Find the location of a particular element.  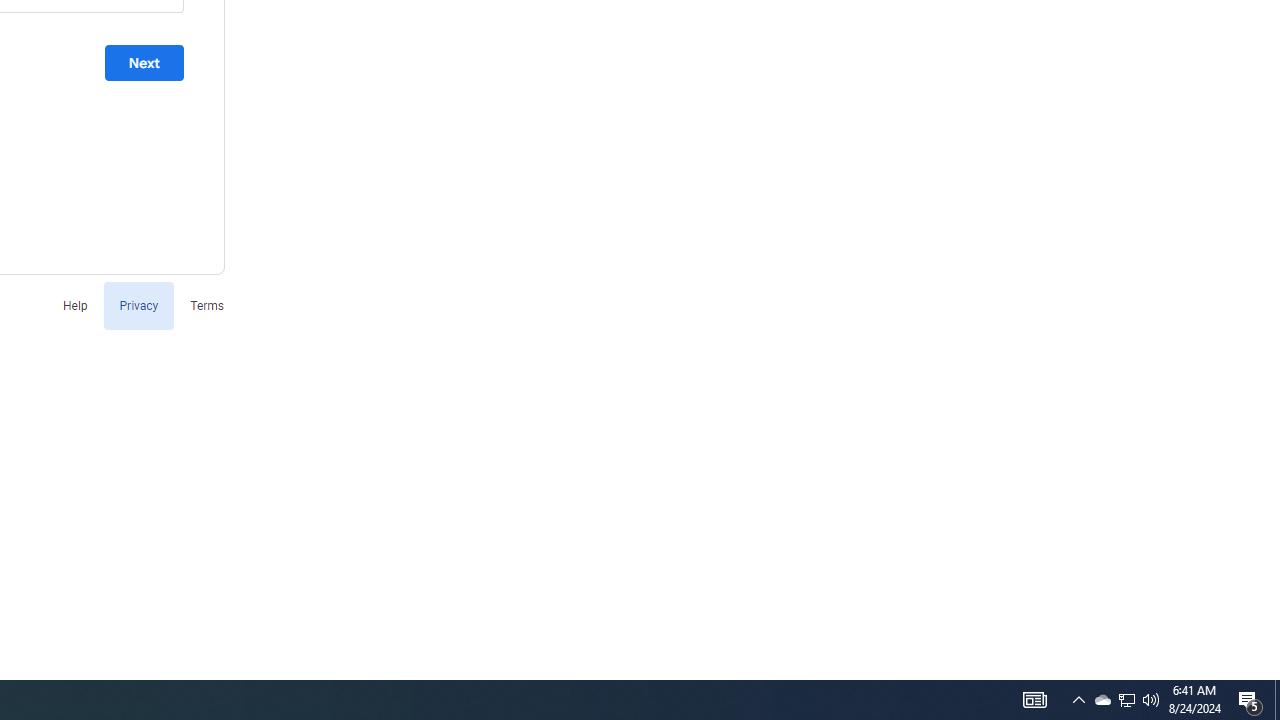

'Privacy' is located at coordinates (137, 305).